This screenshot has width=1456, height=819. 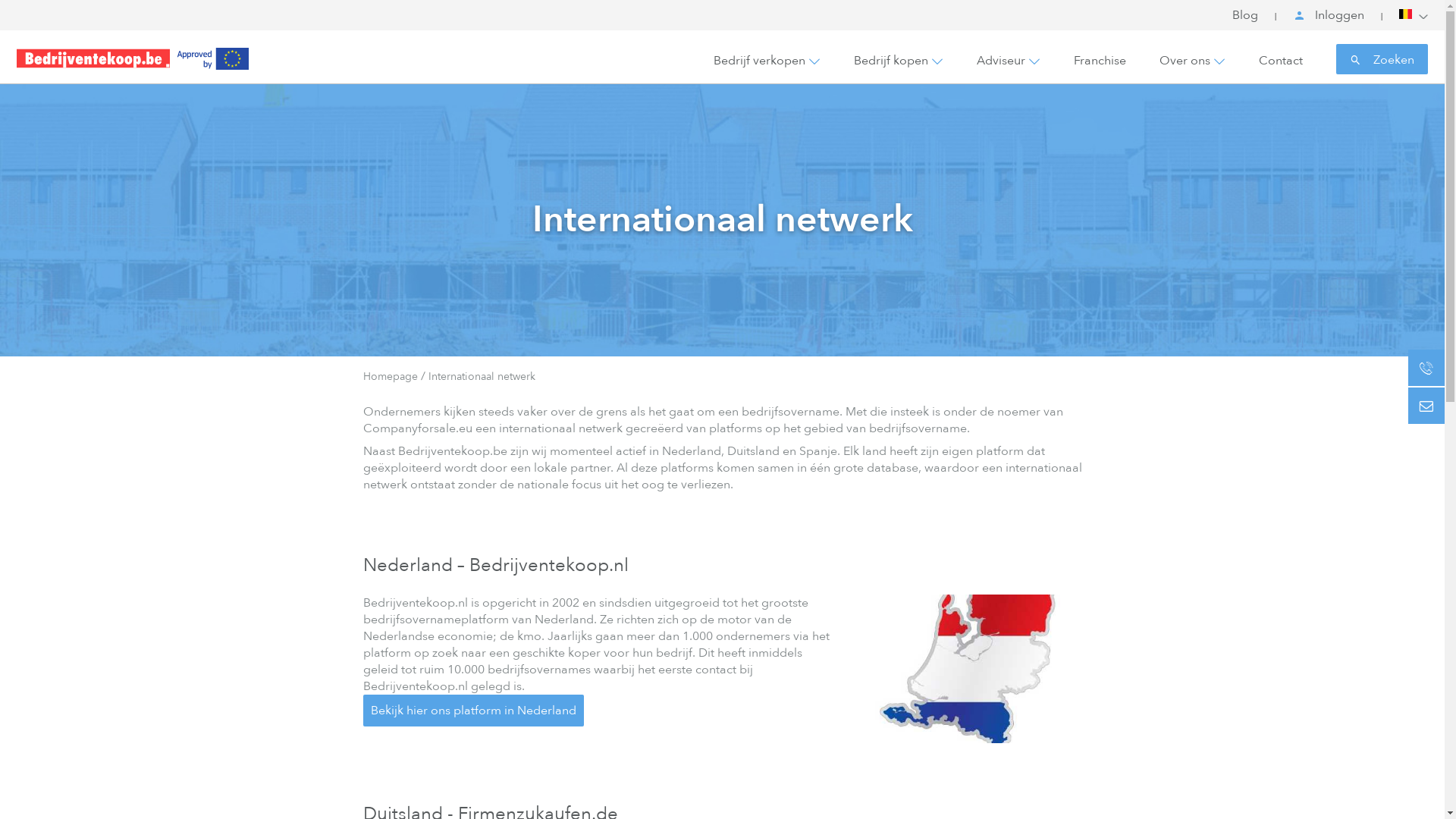 I want to click on 'Franchise', so click(x=1100, y=60).